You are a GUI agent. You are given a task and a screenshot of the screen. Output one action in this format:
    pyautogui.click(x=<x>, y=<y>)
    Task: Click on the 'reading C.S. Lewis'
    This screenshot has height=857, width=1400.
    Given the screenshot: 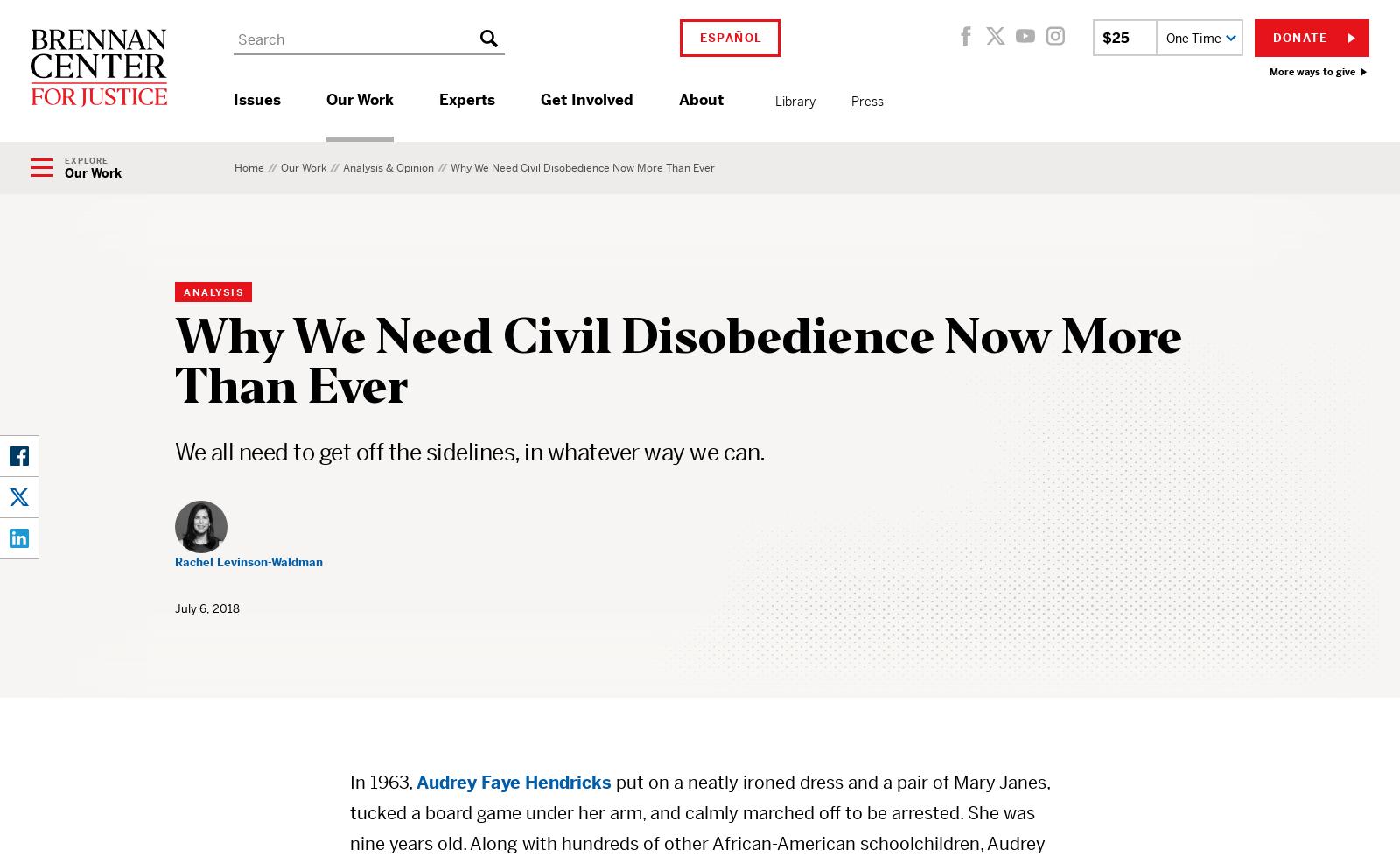 What is the action you would take?
    pyautogui.click(x=690, y=143)
    